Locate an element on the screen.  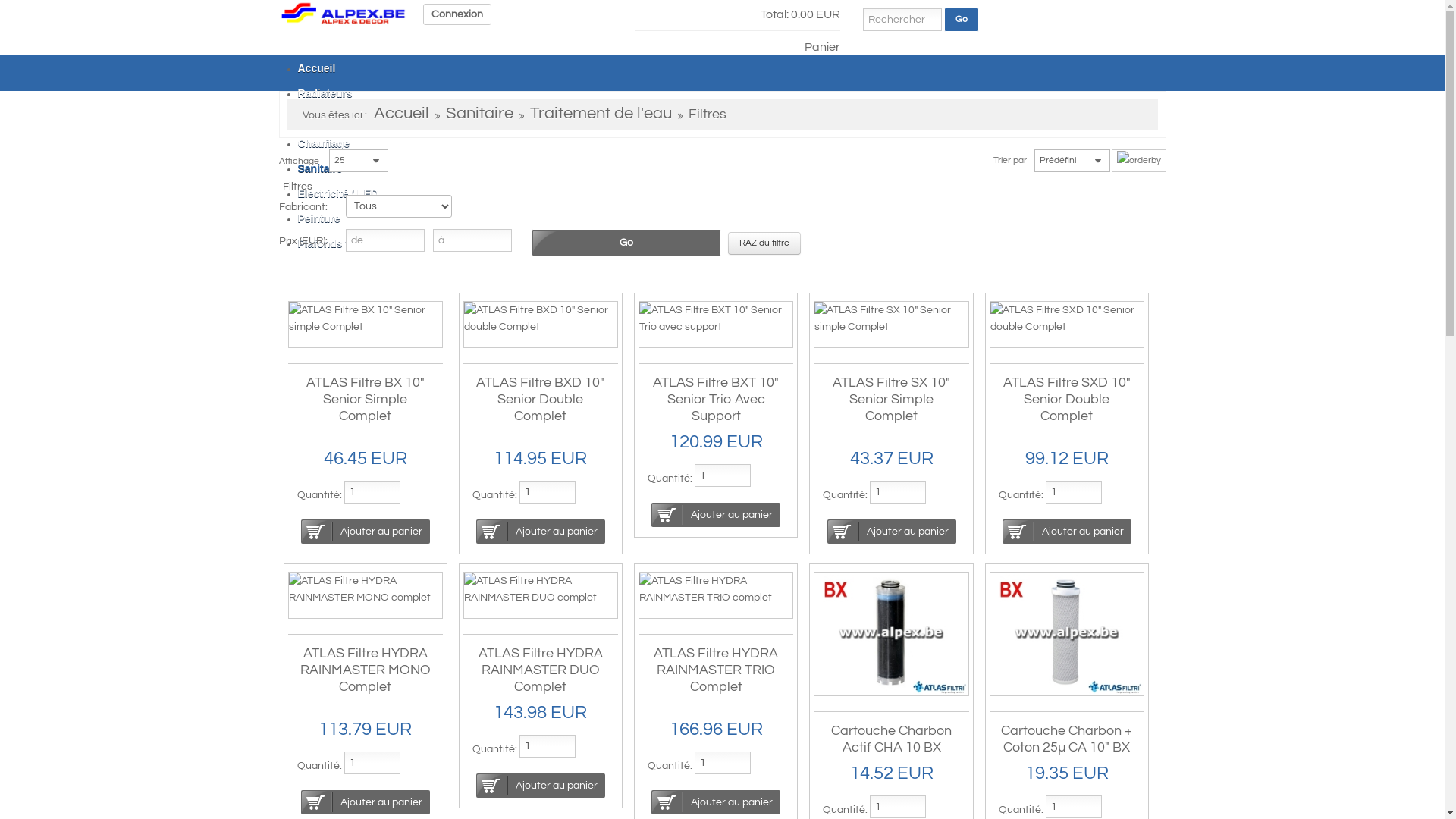
'ATLAS Filtre HYDRA RAINMASTER TRIO Complet' is located at coordinates (654, 669).